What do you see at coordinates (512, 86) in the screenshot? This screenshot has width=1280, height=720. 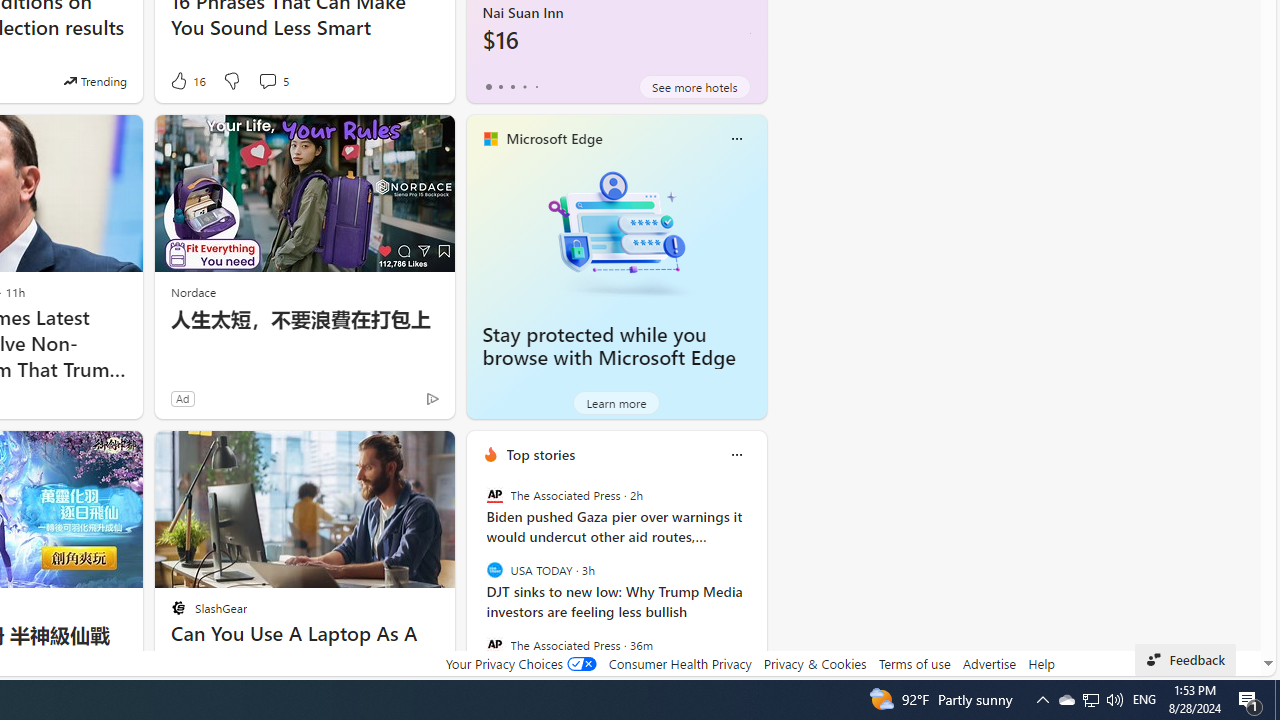 I see `'tab-2'` at bounding box center [512, 86].